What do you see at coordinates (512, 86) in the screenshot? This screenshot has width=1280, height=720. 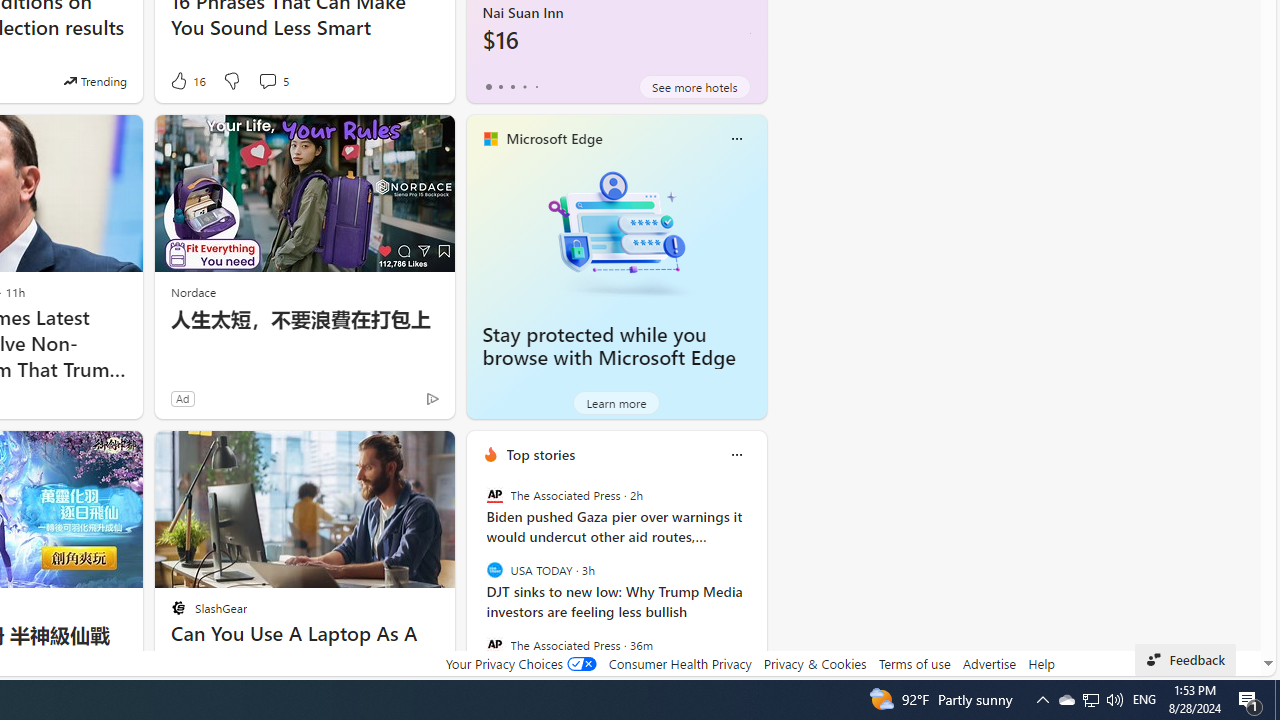 I see `'tab-2'` at bounding box center [512, 86].